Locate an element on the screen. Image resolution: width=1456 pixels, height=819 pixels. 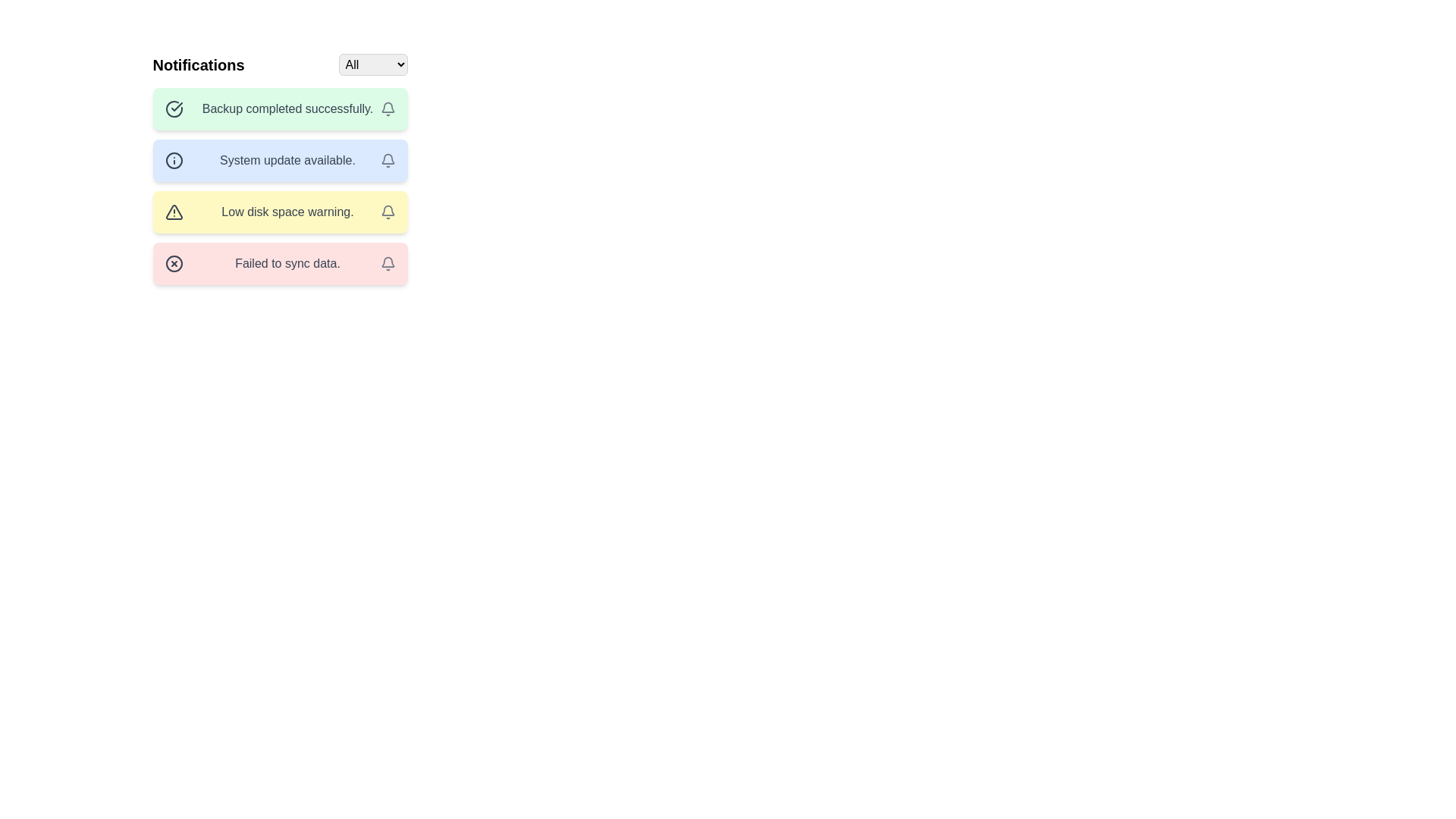
message displayed in the Text Display Field that conveys 'Backup completed successfully.' is located at coordinates (287, 108).